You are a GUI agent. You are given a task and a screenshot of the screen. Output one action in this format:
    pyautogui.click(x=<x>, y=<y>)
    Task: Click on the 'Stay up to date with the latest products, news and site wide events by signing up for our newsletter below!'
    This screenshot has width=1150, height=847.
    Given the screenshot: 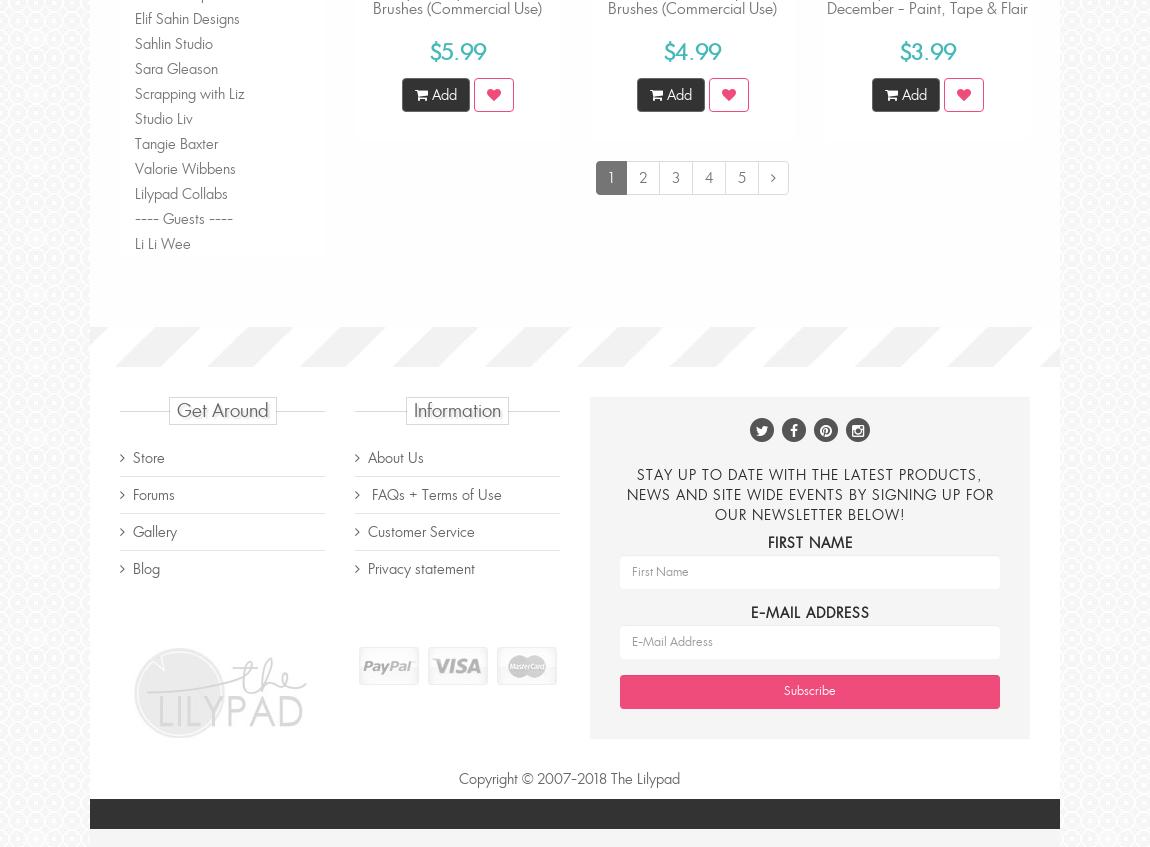 What is the action you would take?
    pyautogui.click(x=808, y=492)
    